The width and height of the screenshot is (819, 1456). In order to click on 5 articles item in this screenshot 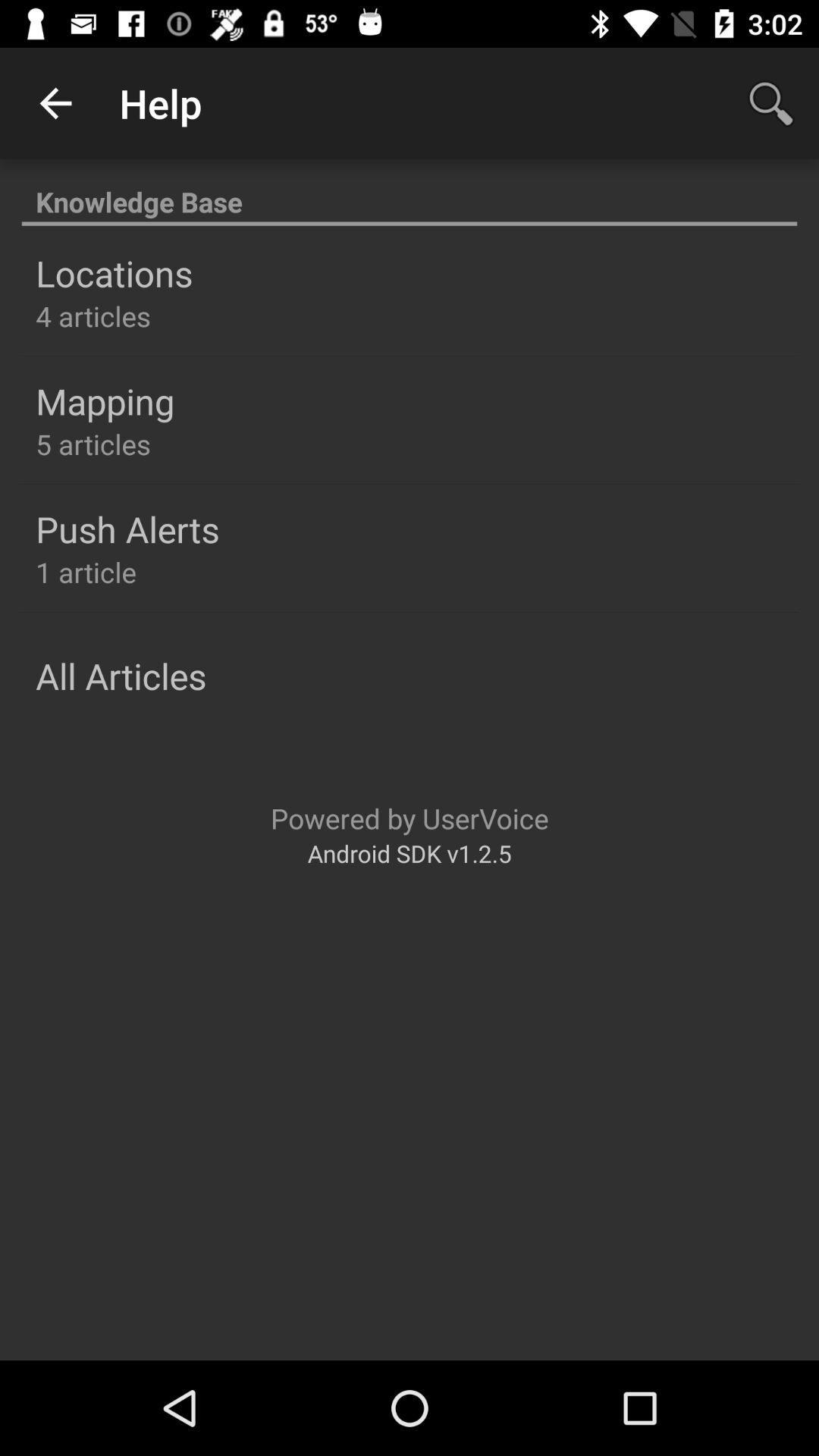, I will do `click(93, 443)`.